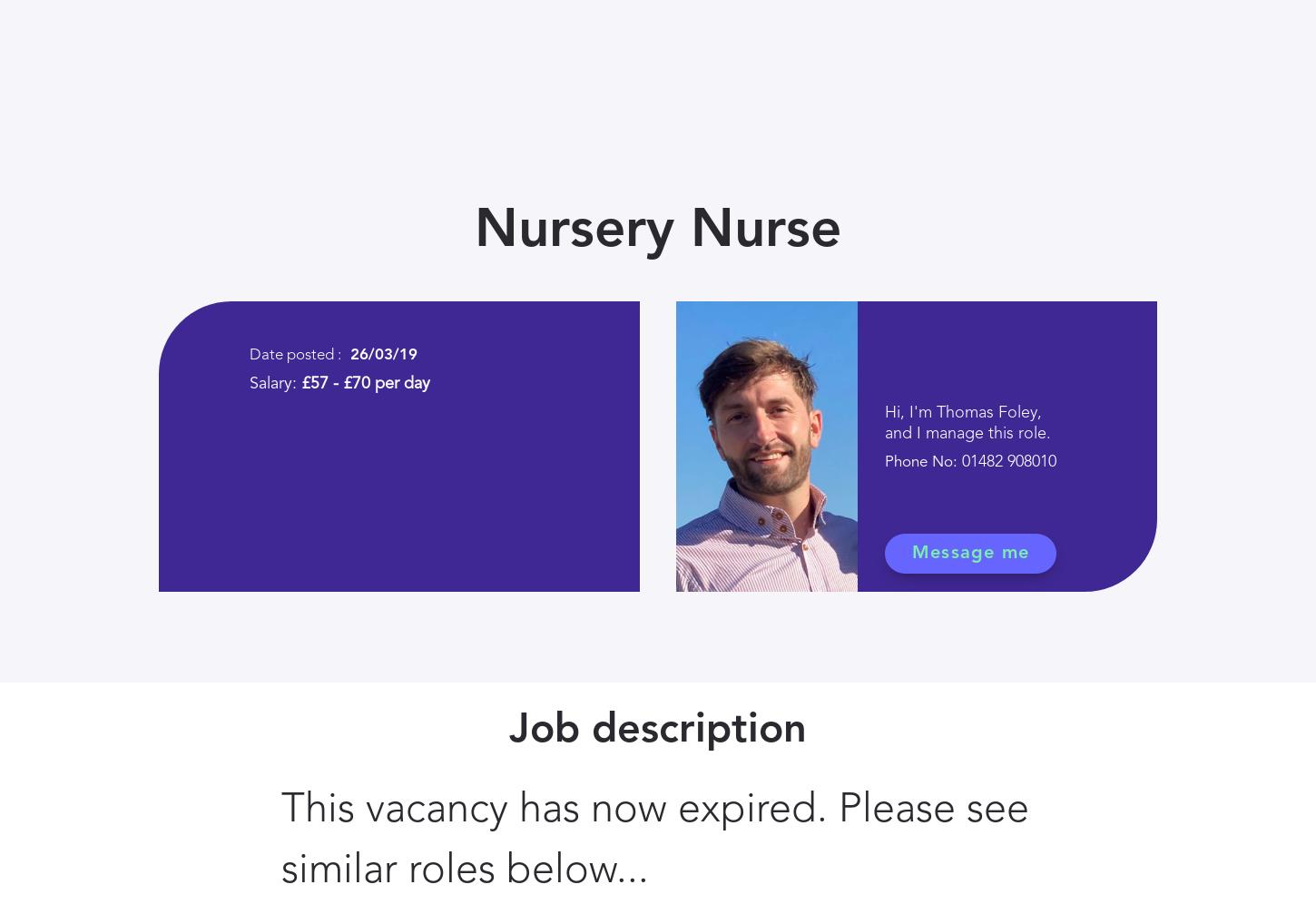  I want to click on 'Jump to main content', so click(27, 27).